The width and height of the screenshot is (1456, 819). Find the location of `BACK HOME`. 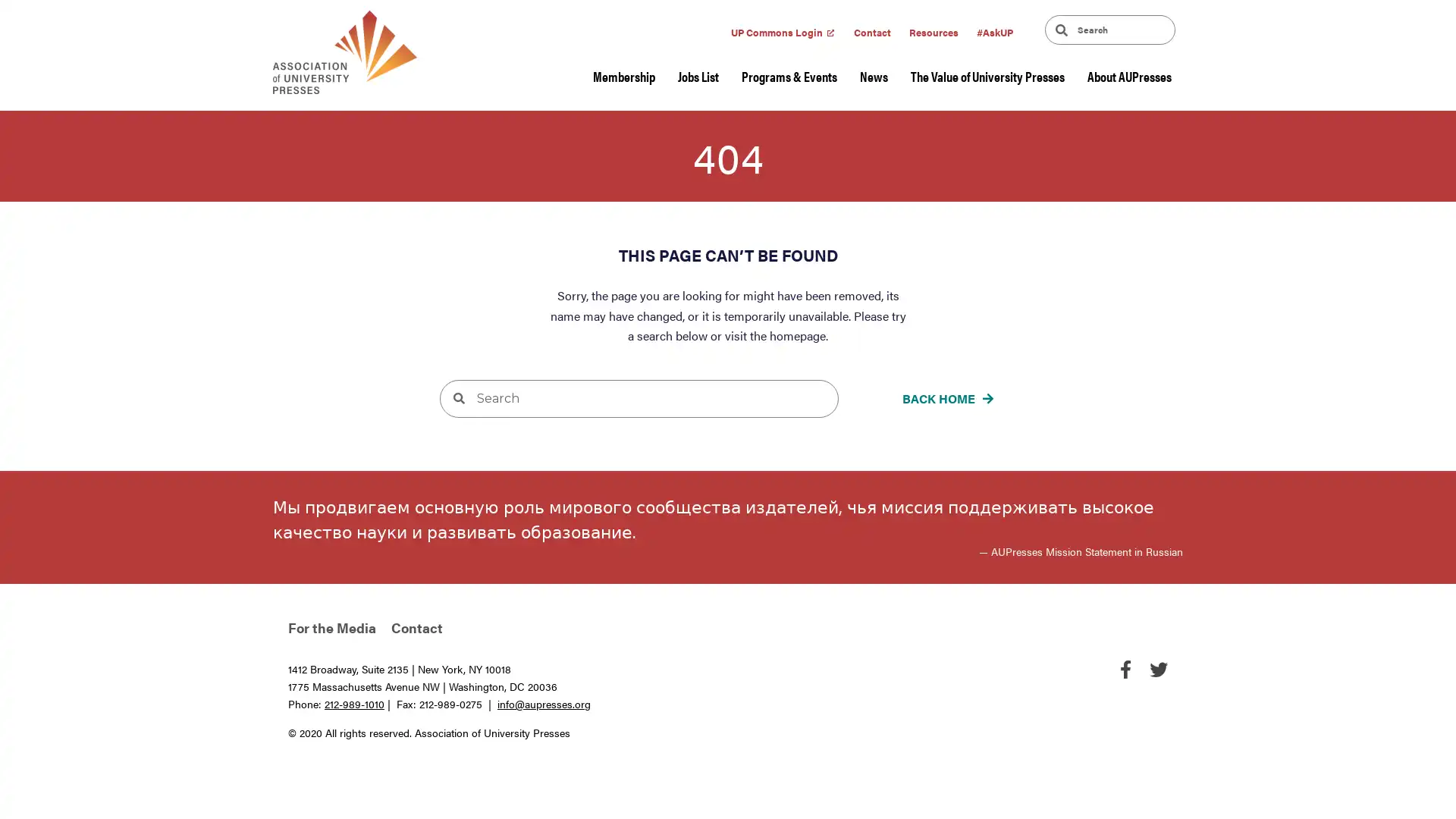

BACK HOME is located at coordinates (946, 397).